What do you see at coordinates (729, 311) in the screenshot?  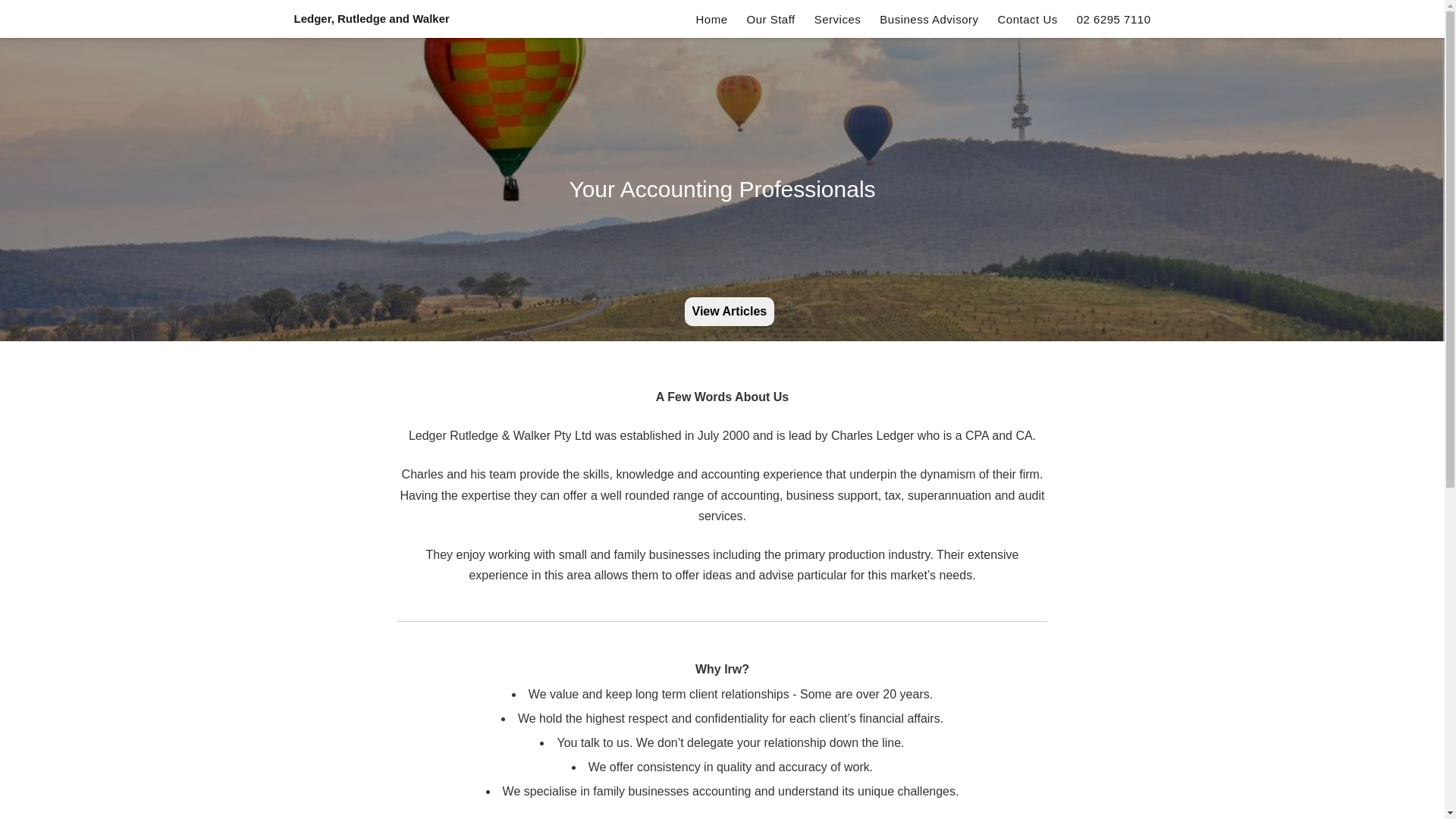 I see `'View Articles'` at bounding box center [729, 311].